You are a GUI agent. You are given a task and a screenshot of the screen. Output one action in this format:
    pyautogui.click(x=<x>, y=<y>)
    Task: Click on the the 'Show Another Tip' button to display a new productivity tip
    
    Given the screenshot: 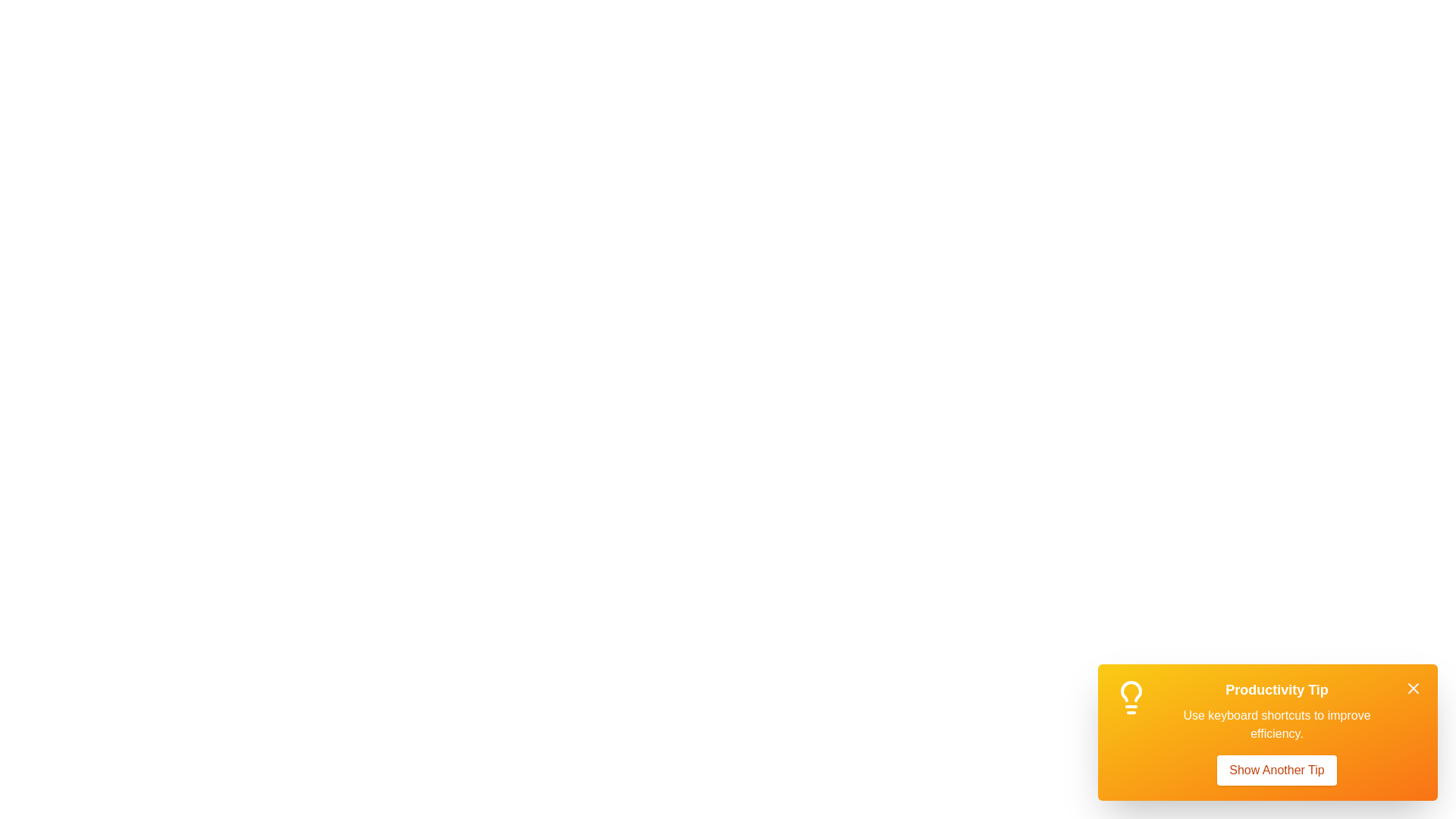 What is the action you would take?
    pyautogui.click(x=1276, y=770)
    